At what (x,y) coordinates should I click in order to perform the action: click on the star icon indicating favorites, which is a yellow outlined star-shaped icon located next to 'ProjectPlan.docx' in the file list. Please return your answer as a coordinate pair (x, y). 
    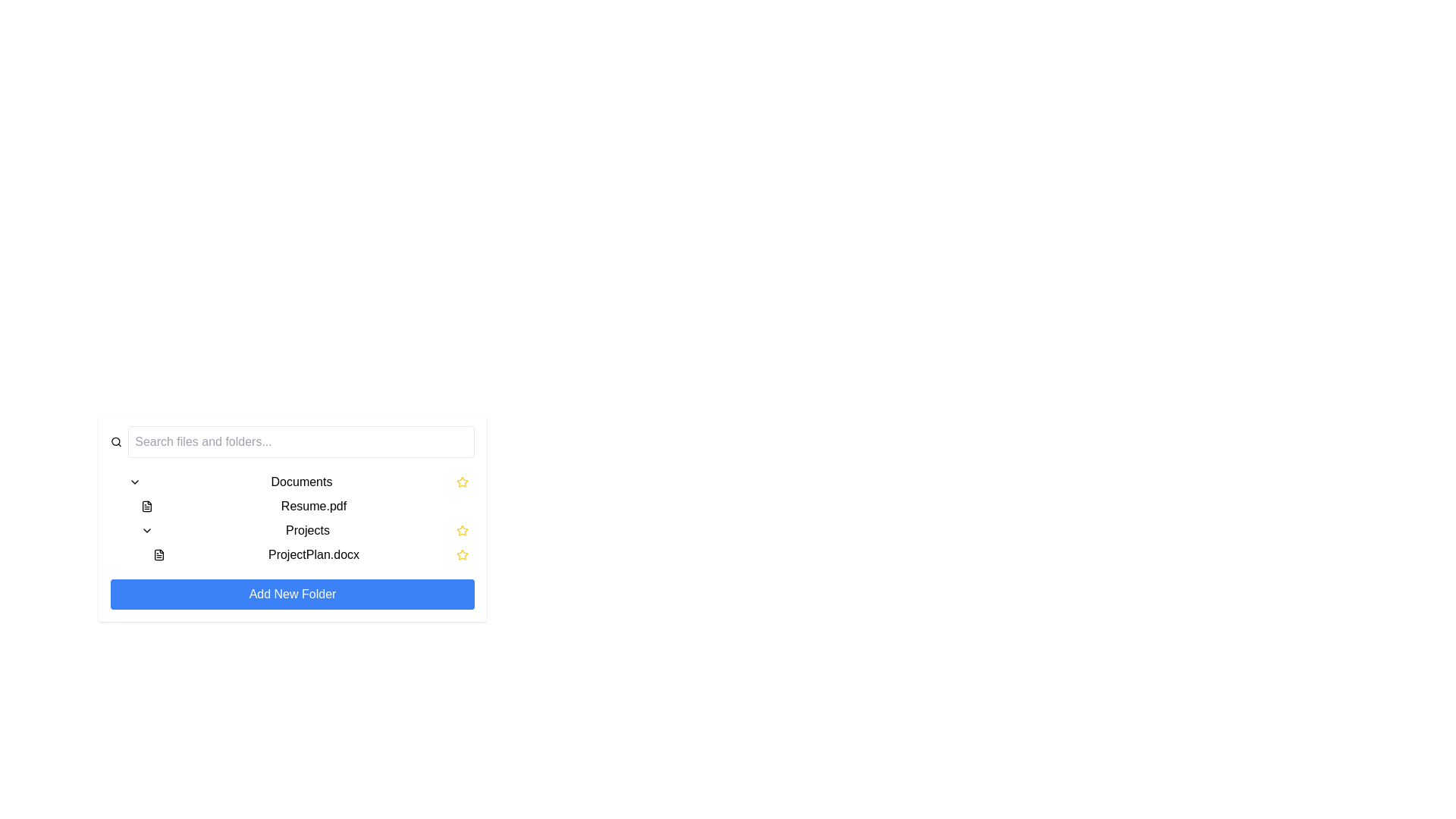
    Looking at the image, I should click on (461, 555).